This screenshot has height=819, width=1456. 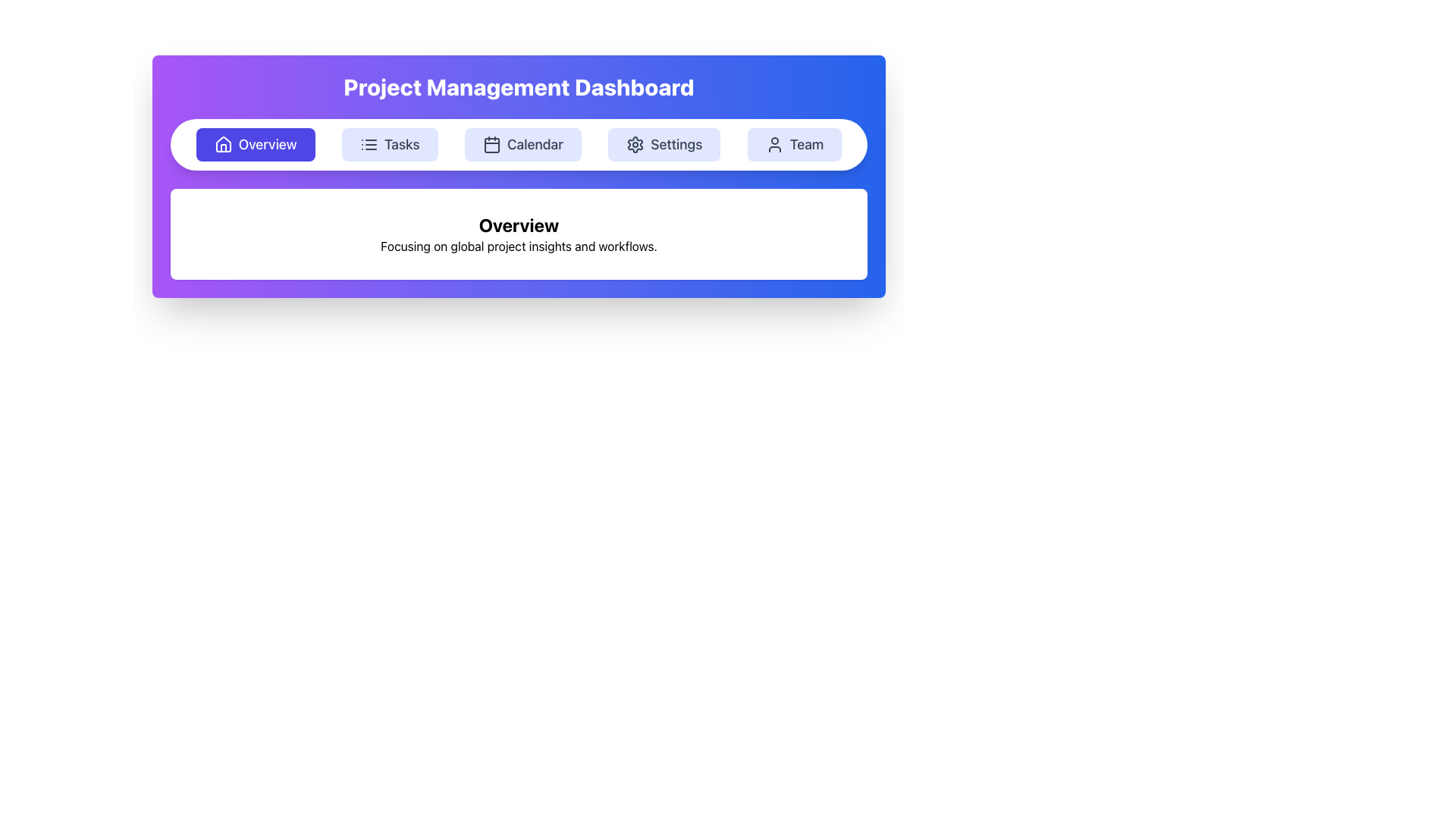 What do you see at coordinates (222, 145) in the screenshot?
I see `the house-shaped icon with a white outline on a blue background located within the 'Overview' button in the navigation bar` at bounding box center [222, 145].